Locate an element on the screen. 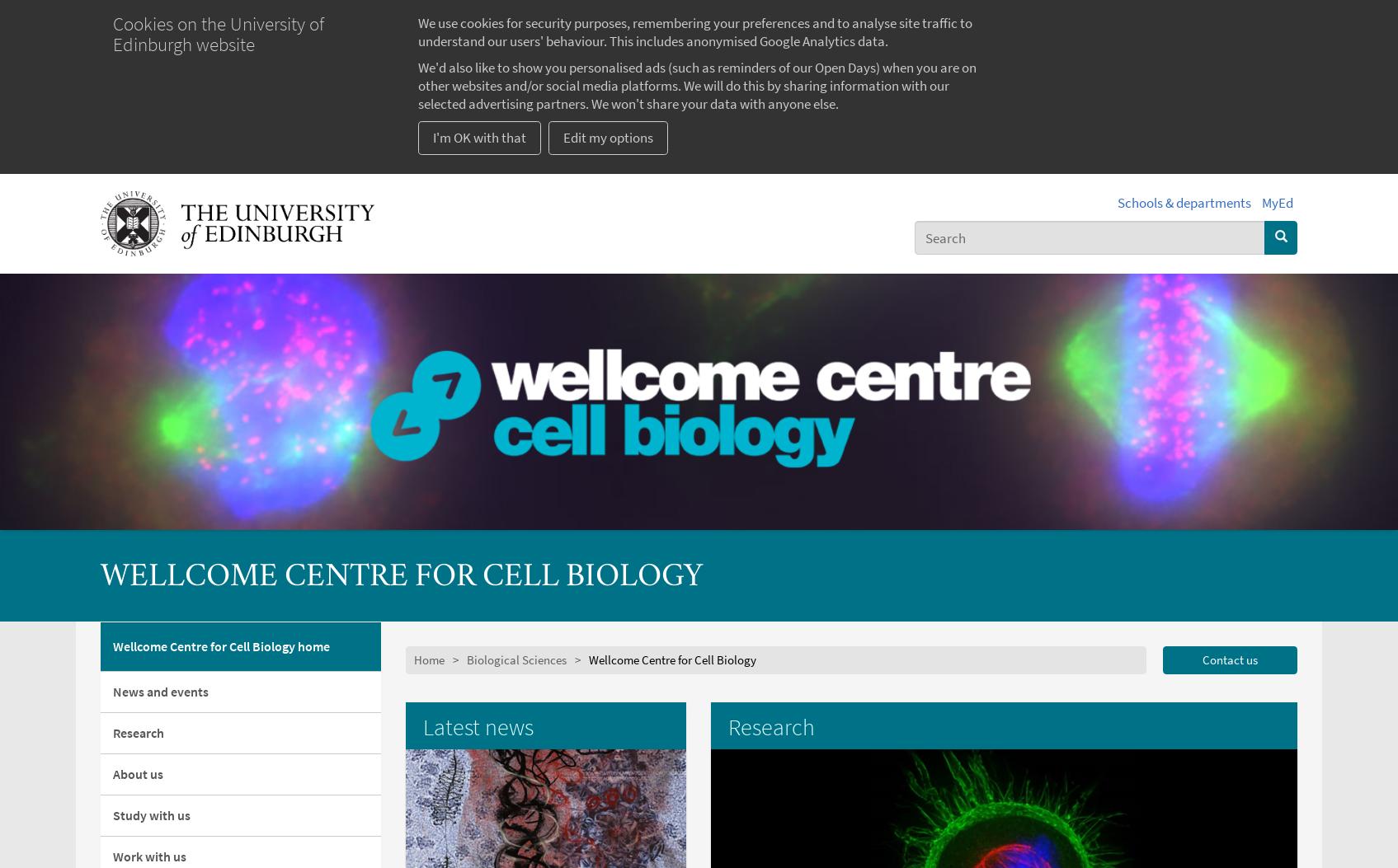 This screenshot has width=1398, height=868. 'About us' is located at coordinates (111, 772).